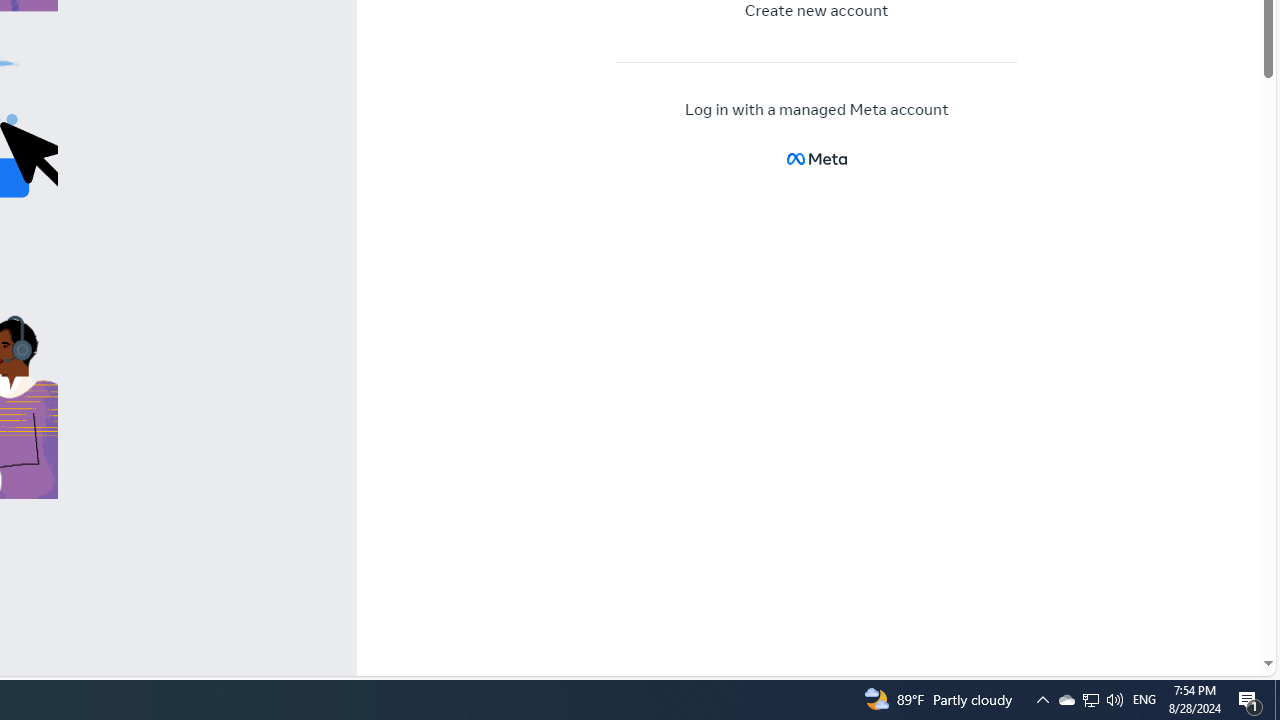 This screenshot has width=1280, height=720. Describe the element at coordinates (816, 157) in the screenshot. I see `'Meta logo'` at that location.